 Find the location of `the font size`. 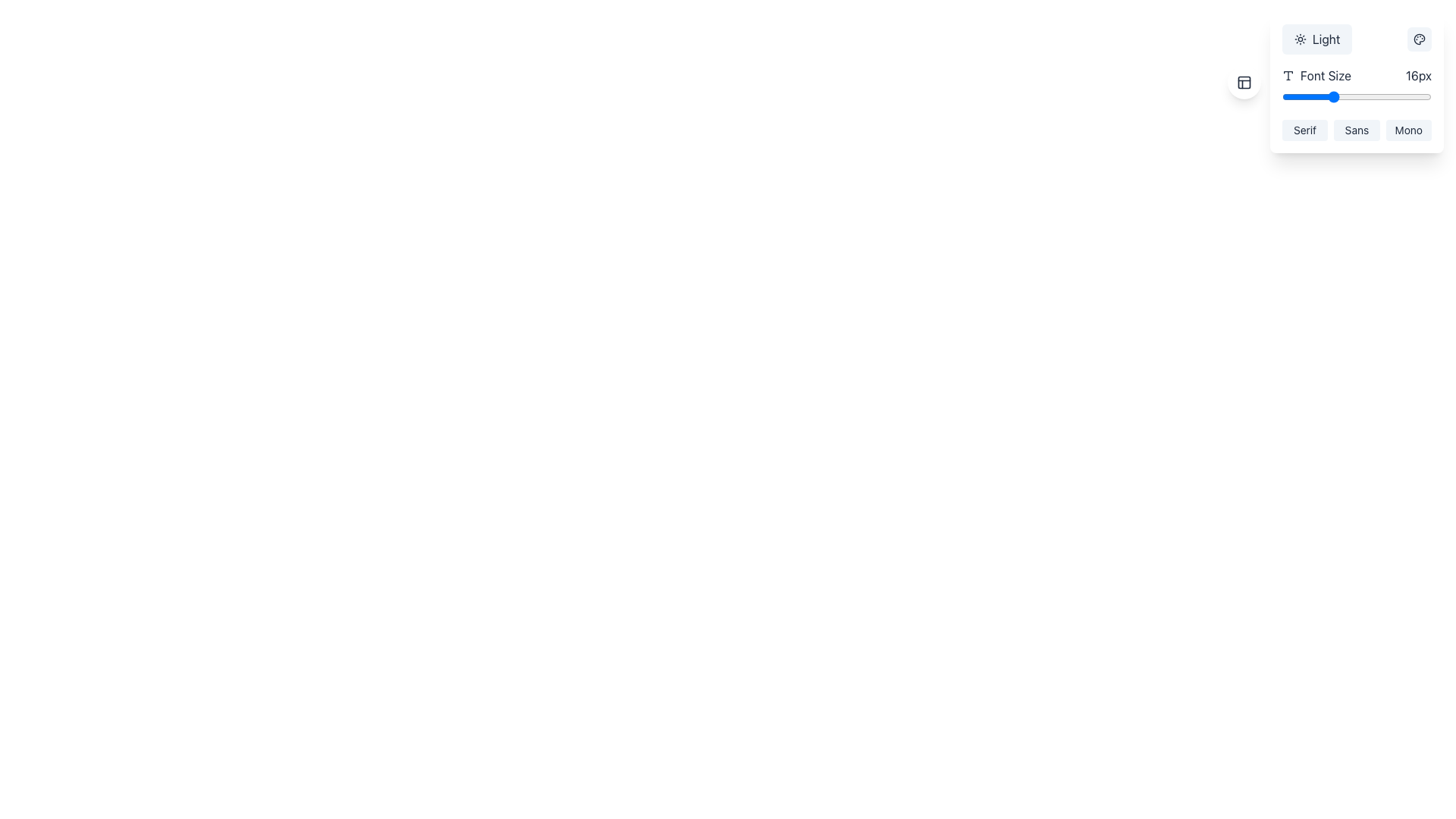

the font size is located at coordinates (1331, 96).